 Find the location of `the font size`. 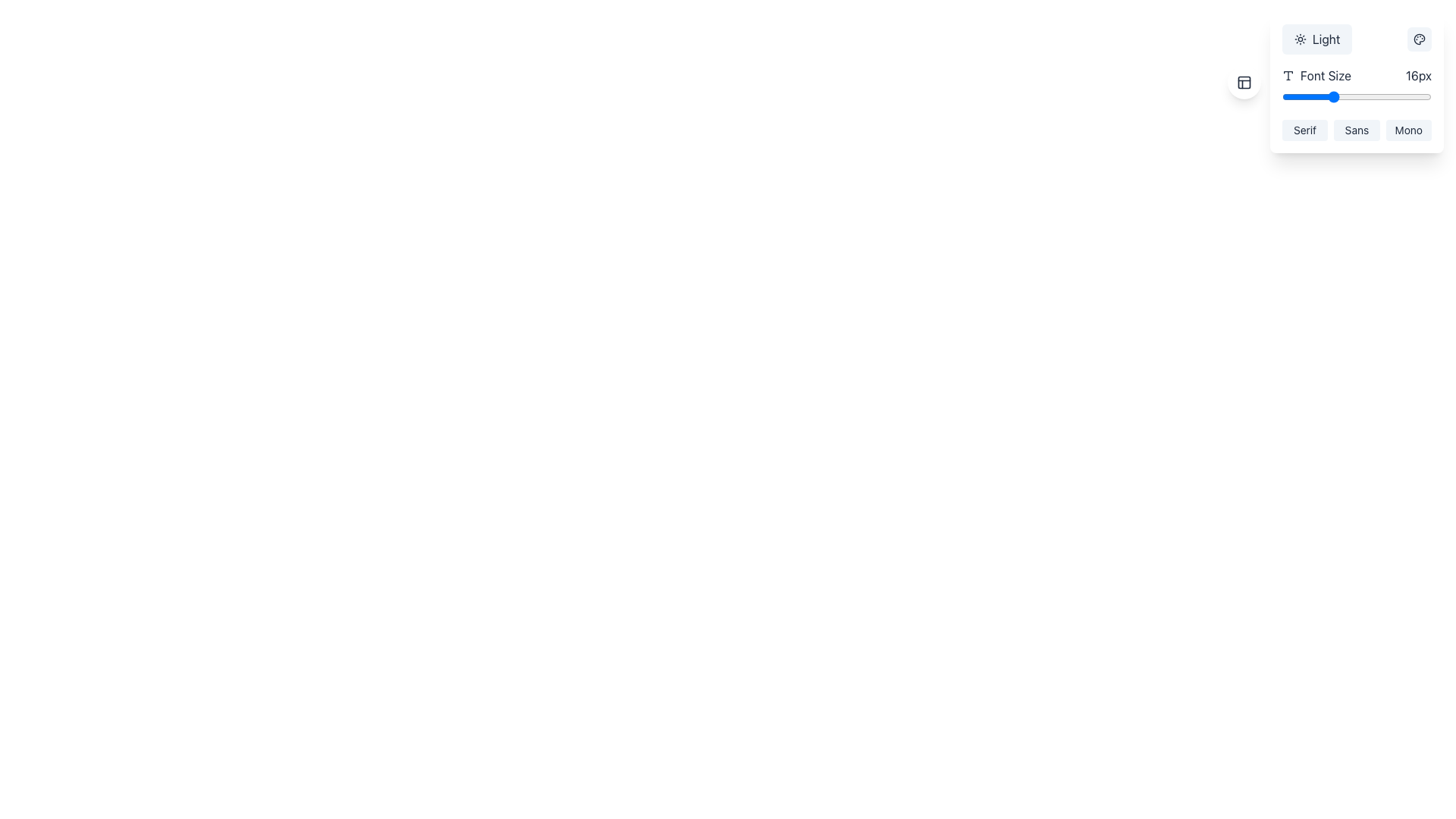

the font size is located at coordinates (1331, 96).